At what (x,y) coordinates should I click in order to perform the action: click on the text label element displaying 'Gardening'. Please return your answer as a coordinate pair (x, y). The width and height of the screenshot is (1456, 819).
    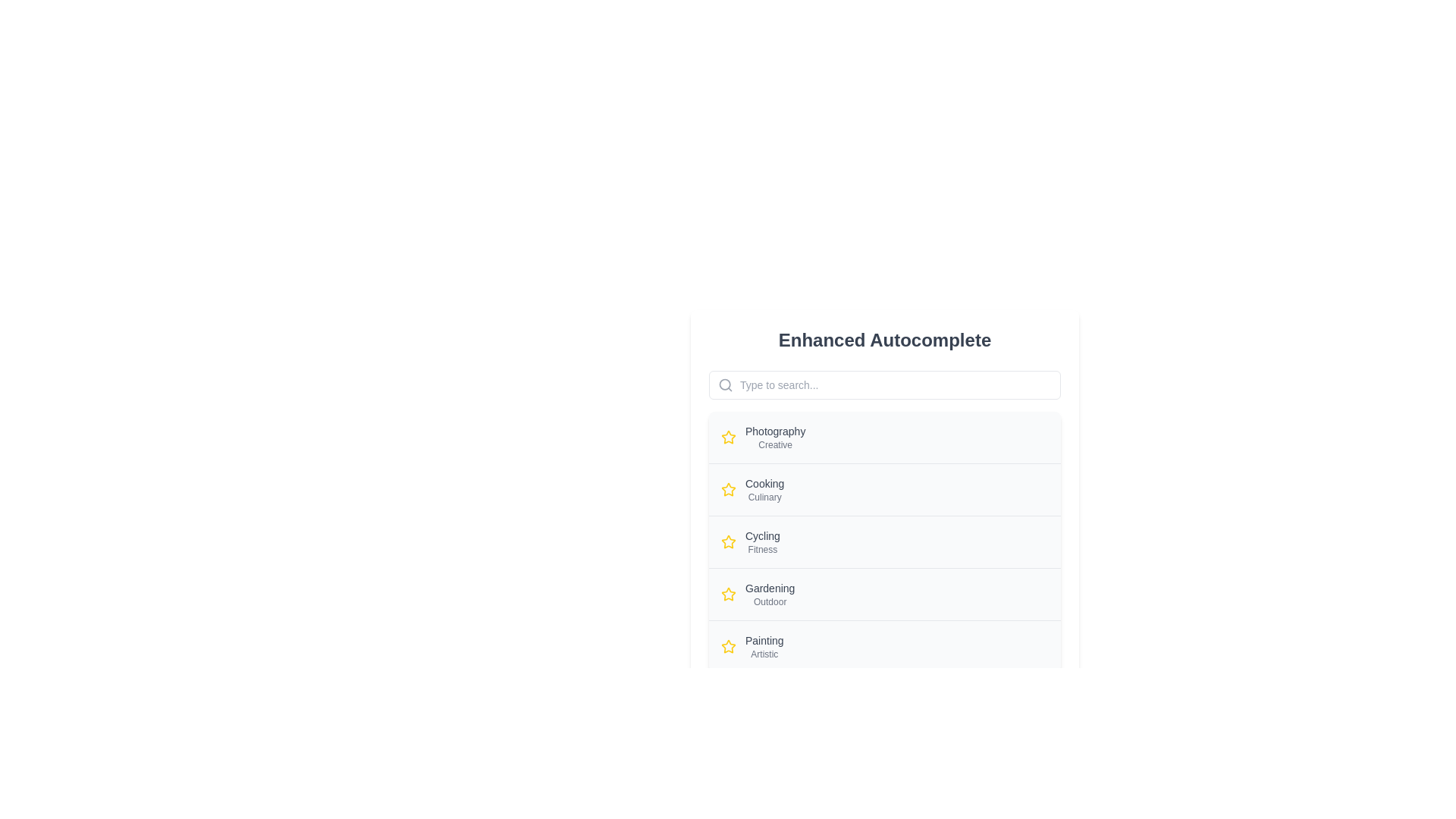
    Looking at the image, I should click on (770, 587).